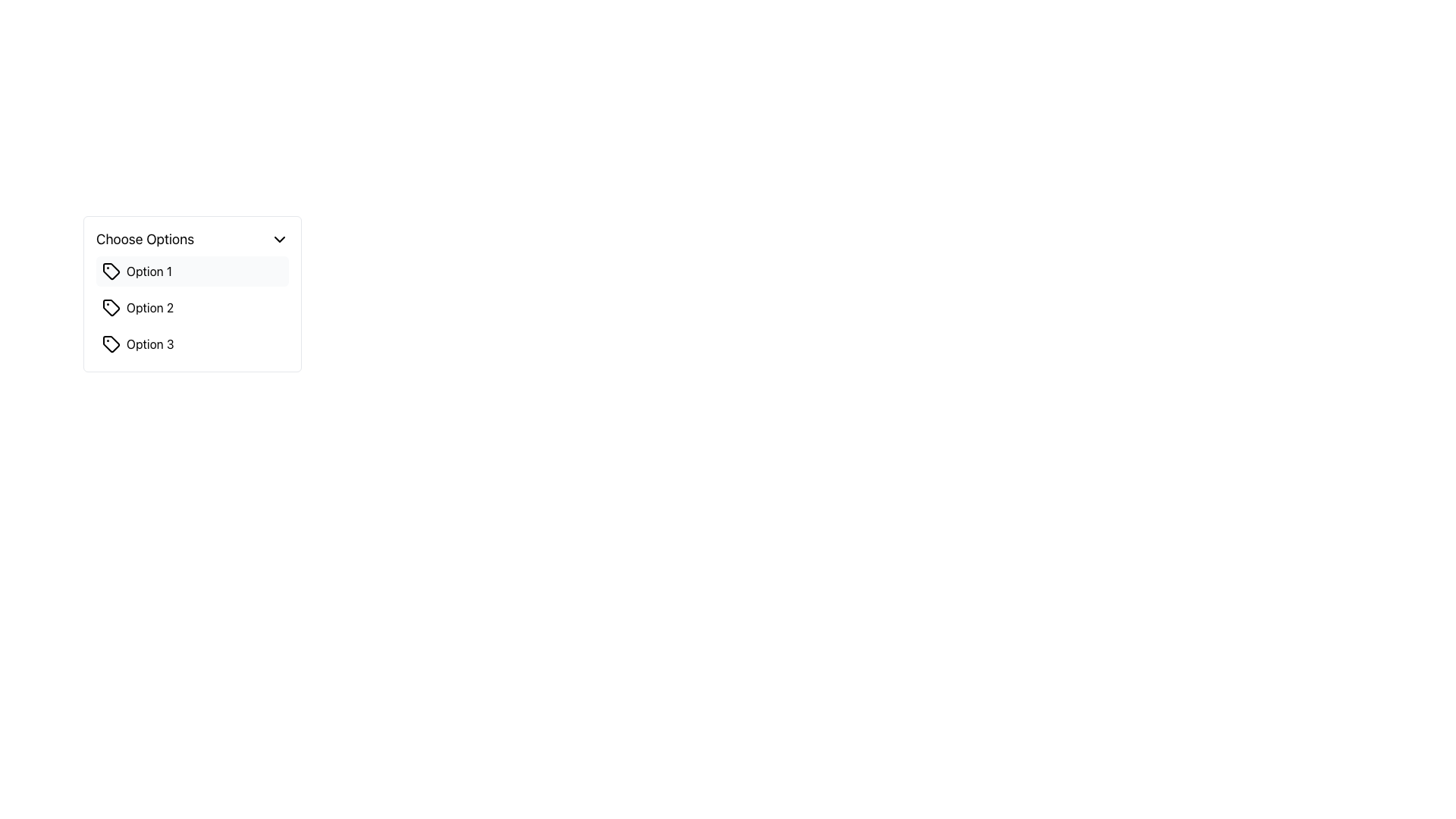  Describe the element at coordinates (111, 344) in the screenshot. I see `the decorative icon representing the tag or label symbol for the third dropdown option labeled 'Option 3' in the dropdown menu` at that location.